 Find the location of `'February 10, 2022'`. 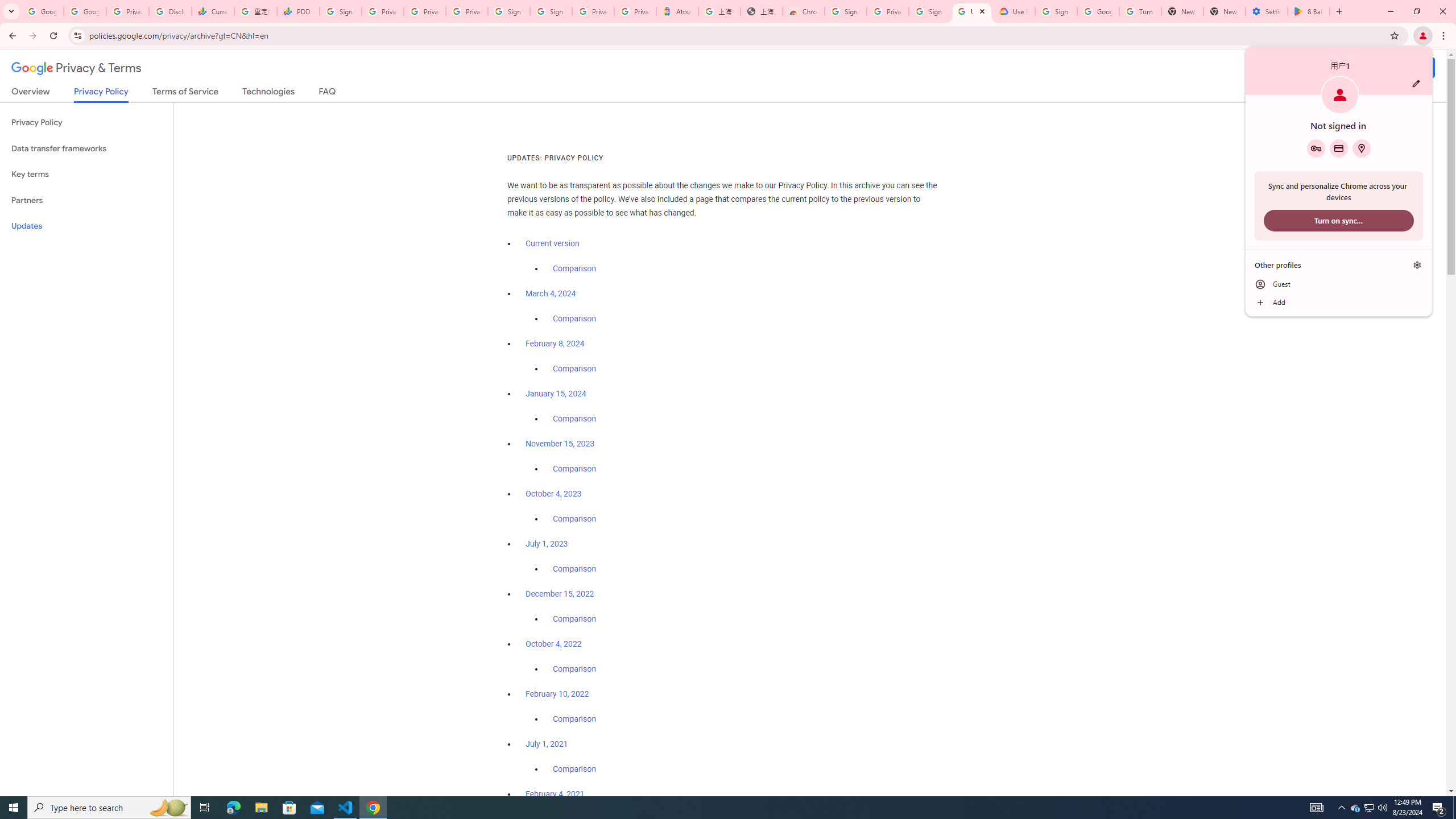

'February 10, 2022' is located at coordinates (557, 693).